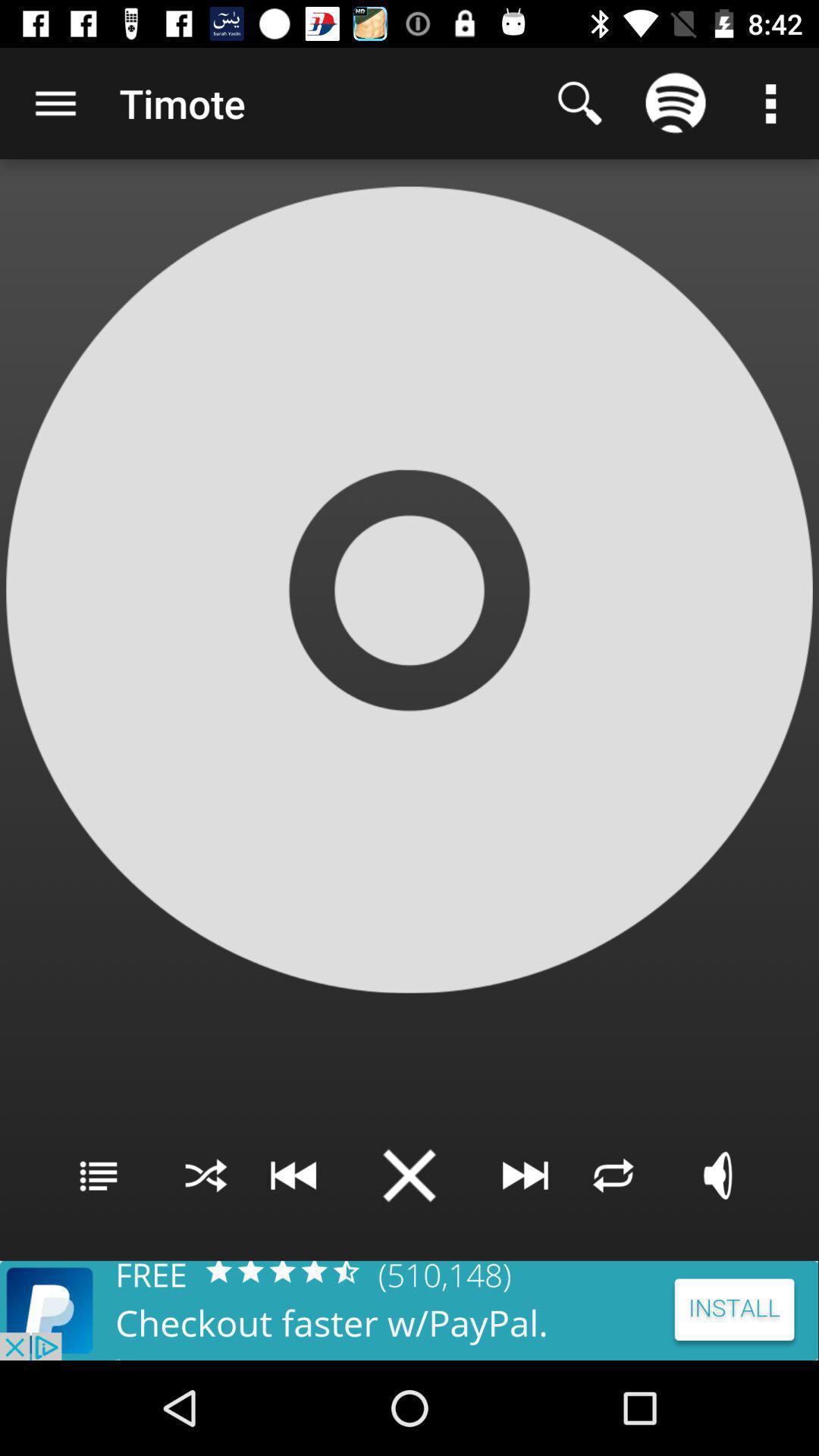 This screenshot has height=1456, width=819. I want to click on the close icon, so click(409, 1175).